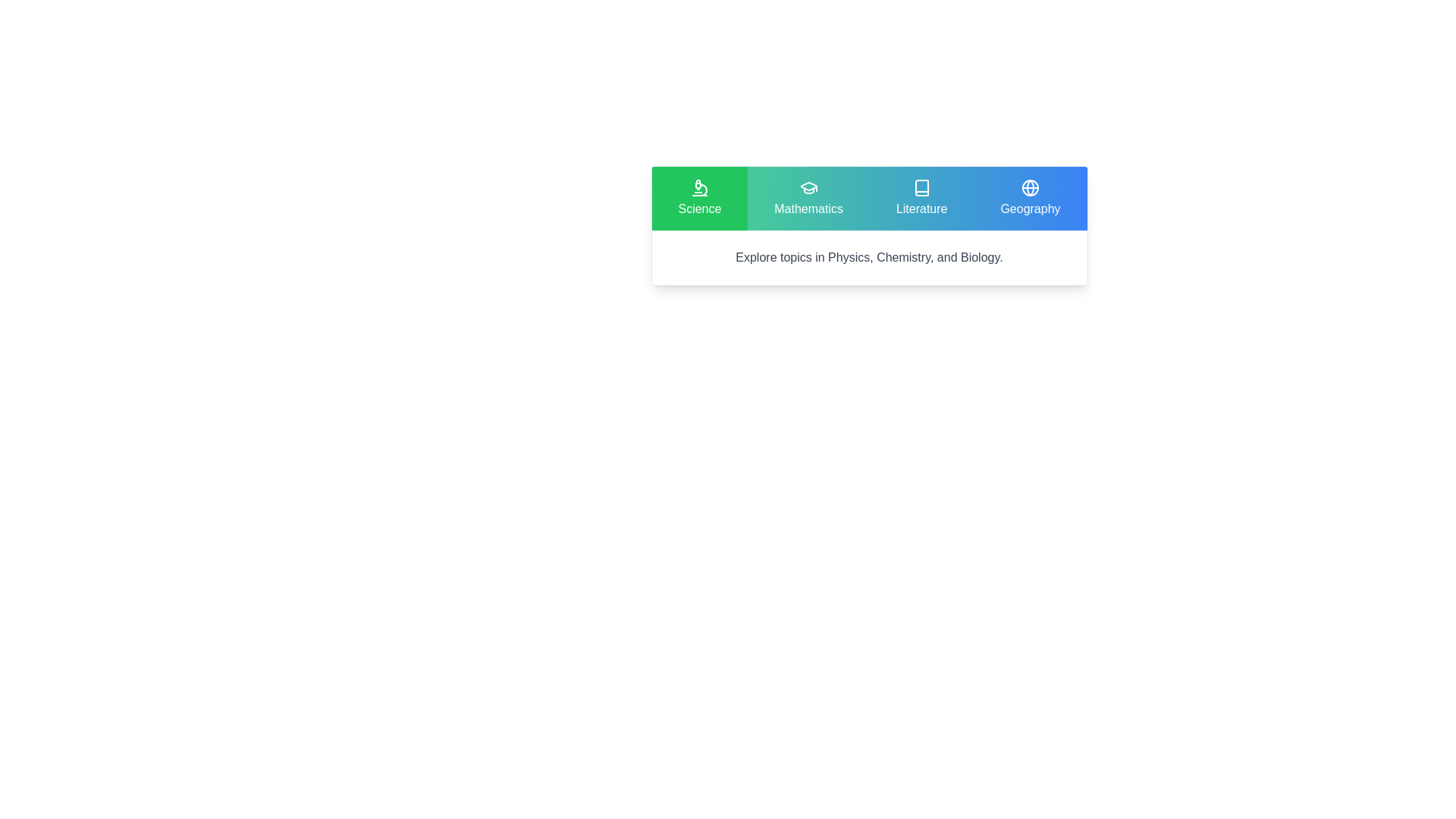  What do you see at coordinates (921, 198) in the screenshot?
I see `'Literature' button, which is a rectangular button with a blue gradient background and a white book icon, located as the third button in a horizontal row of four` at bounding box center [921, 198].